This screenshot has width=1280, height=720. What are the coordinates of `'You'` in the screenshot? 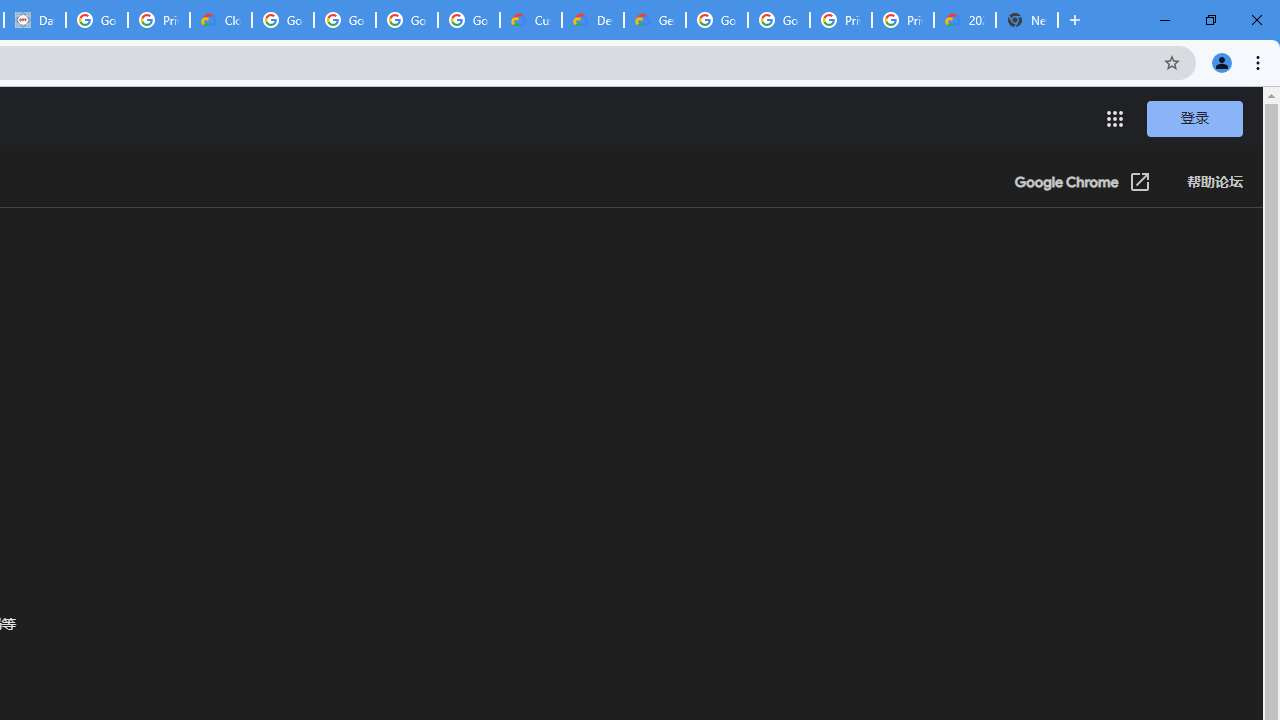 It's located at (1220, 61).